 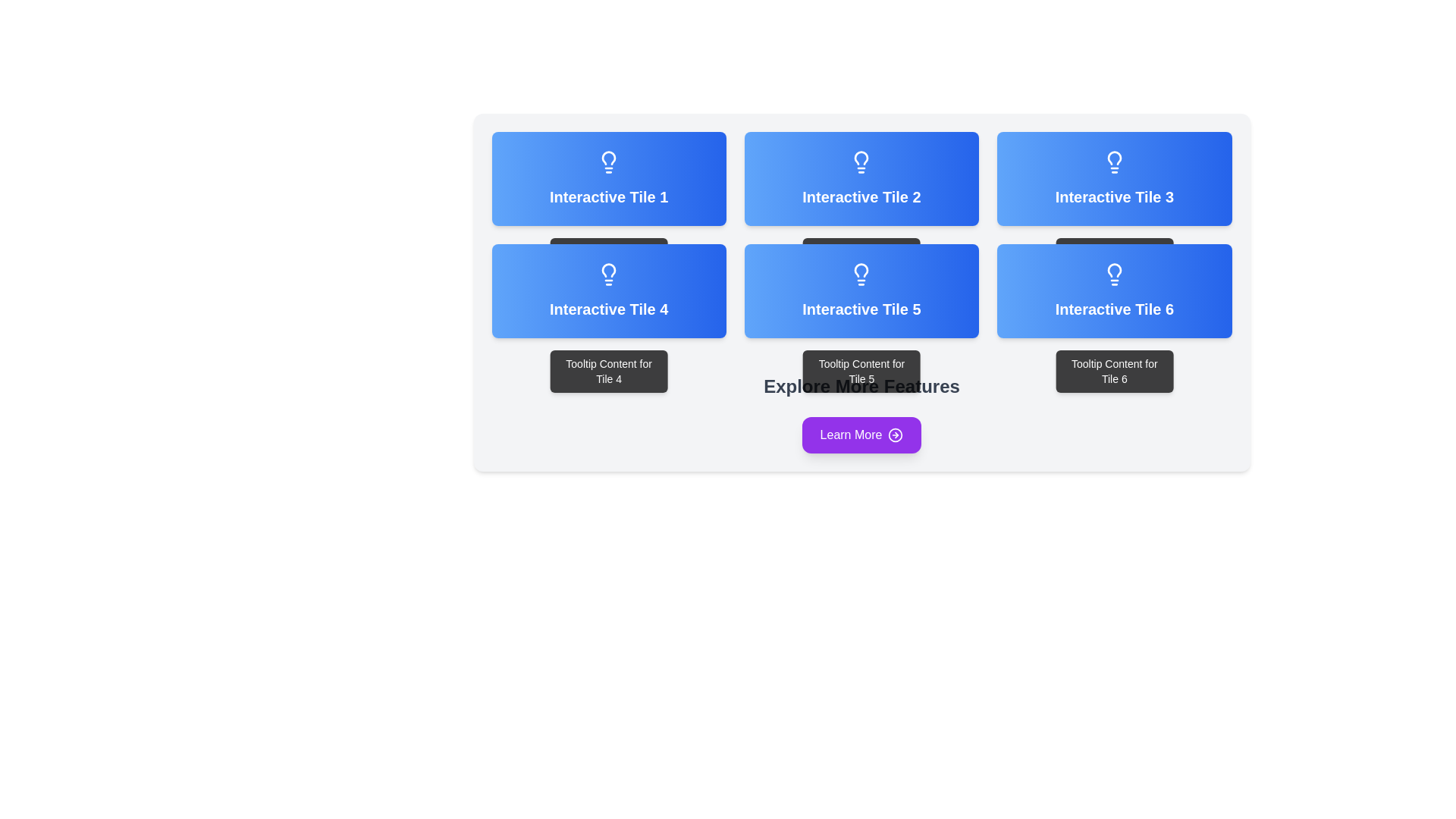 I want to click on the tooltip that appears beneath Tile 5, which displays 'Tooltip Content for Tile 5', so click(x=861, y=371).